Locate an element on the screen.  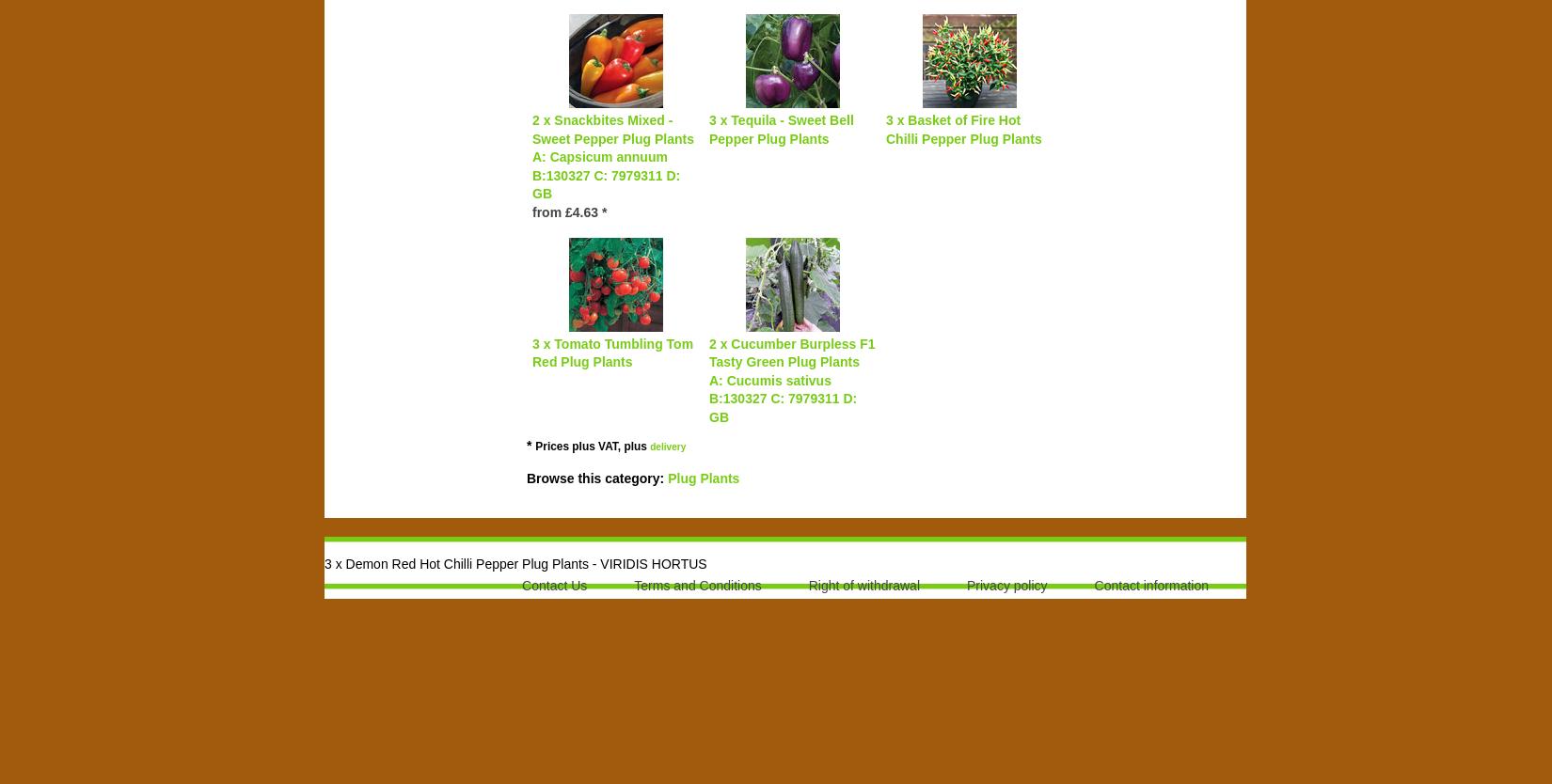
'2 x Cucumber Burpless F1 Tasty Green Plug Plants A: Cucumis sativus B:130327 C: 7979311 D: GB' is located at coordinates (791, 378).